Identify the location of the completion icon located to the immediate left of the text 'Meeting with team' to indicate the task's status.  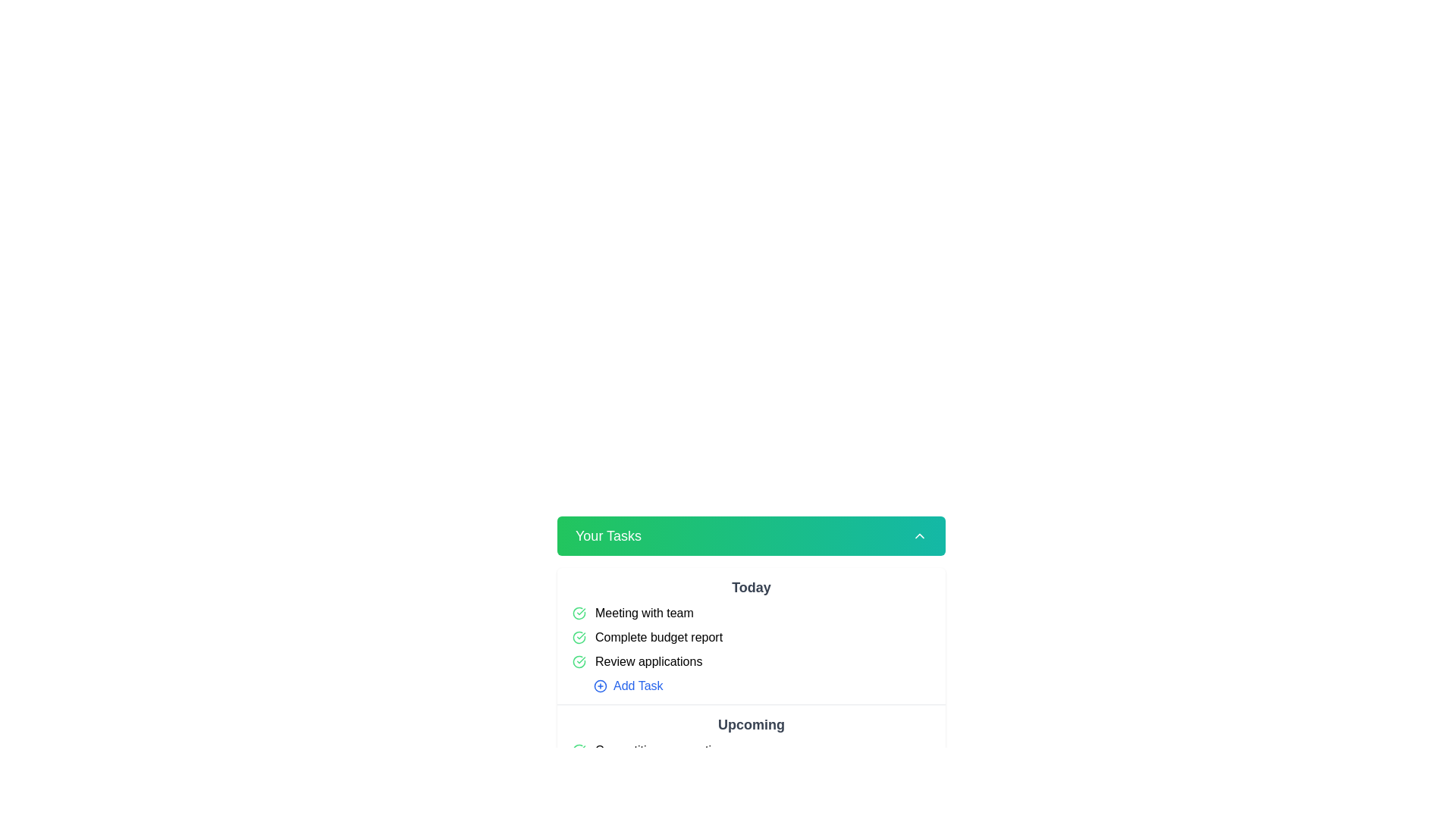
(578, 613).